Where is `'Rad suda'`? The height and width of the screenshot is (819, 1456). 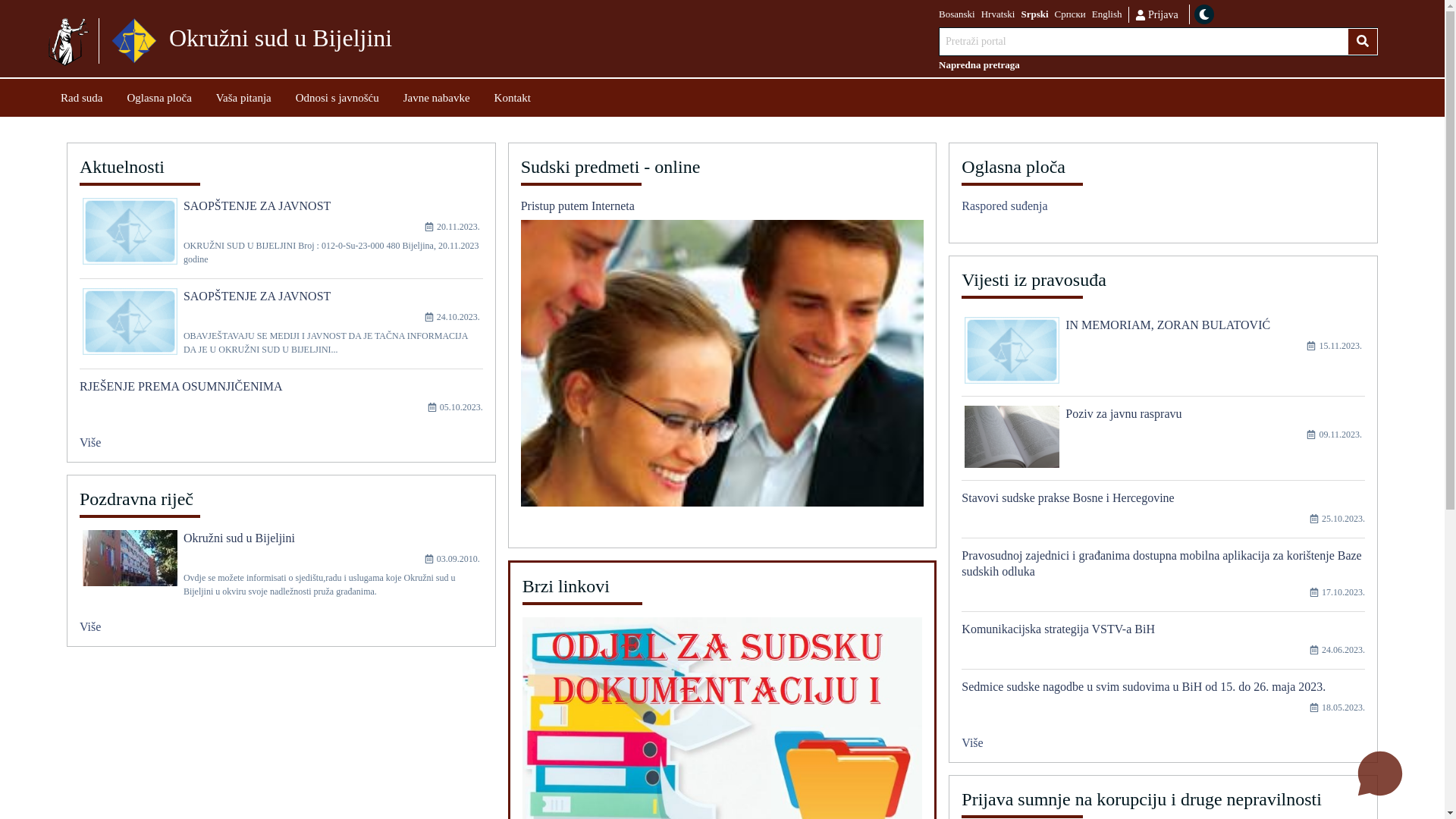
'Rad suda' is located at coordinates (80, 97).